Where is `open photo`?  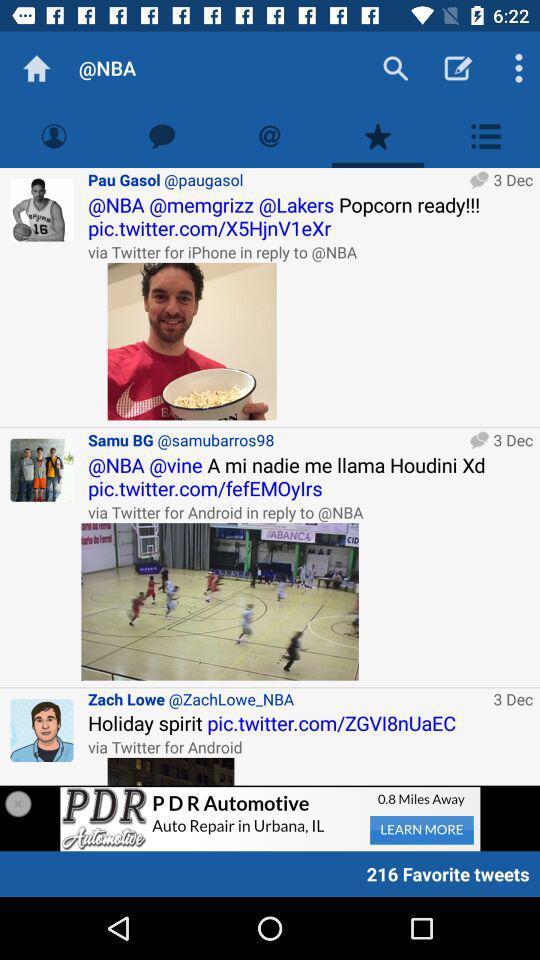 open photo is located at coordinates (219, 600).